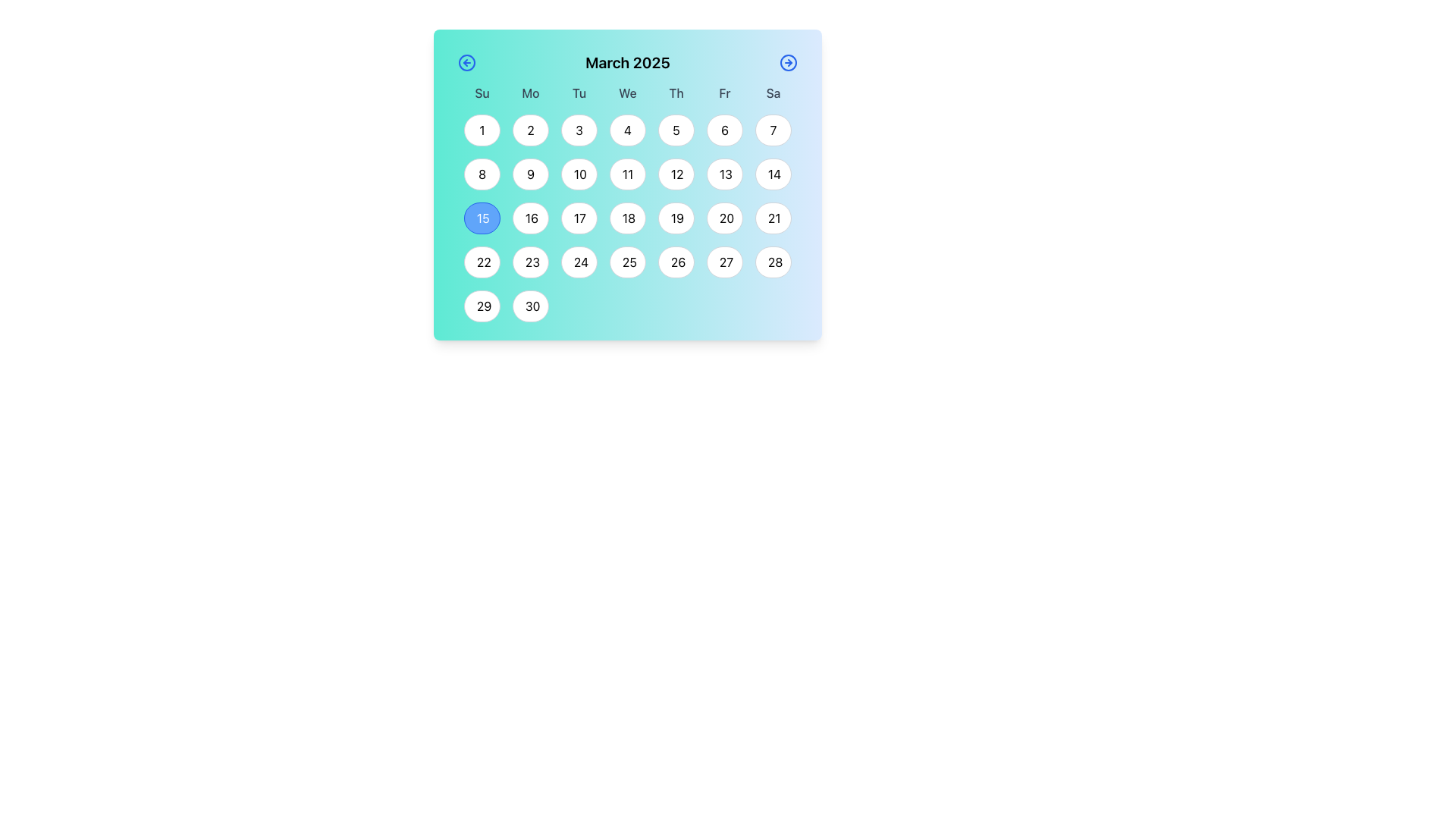  I want to click on the date button '19', so click(676, 218).